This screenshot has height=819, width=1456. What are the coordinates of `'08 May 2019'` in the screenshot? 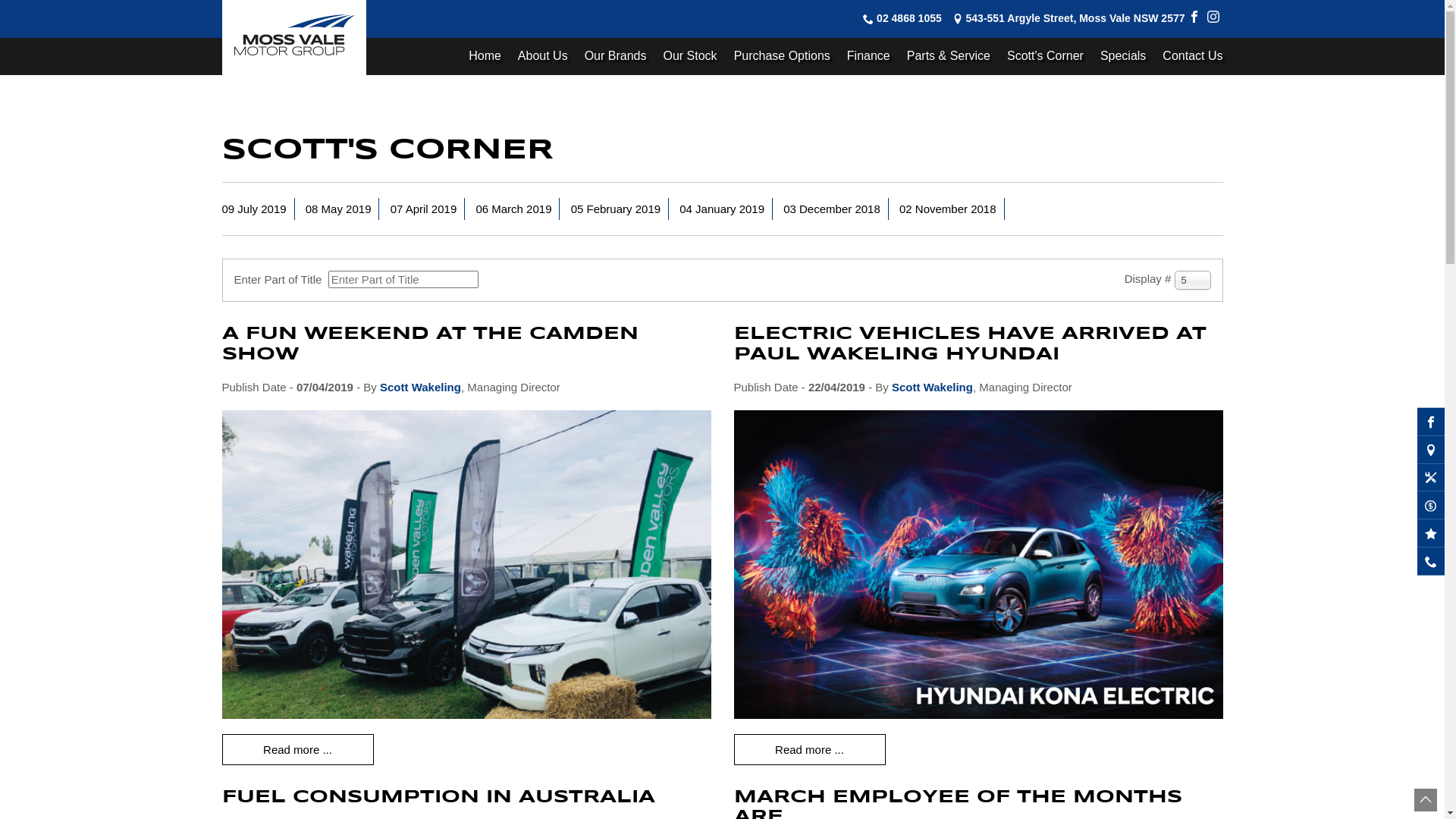 It's located at (337, 209).